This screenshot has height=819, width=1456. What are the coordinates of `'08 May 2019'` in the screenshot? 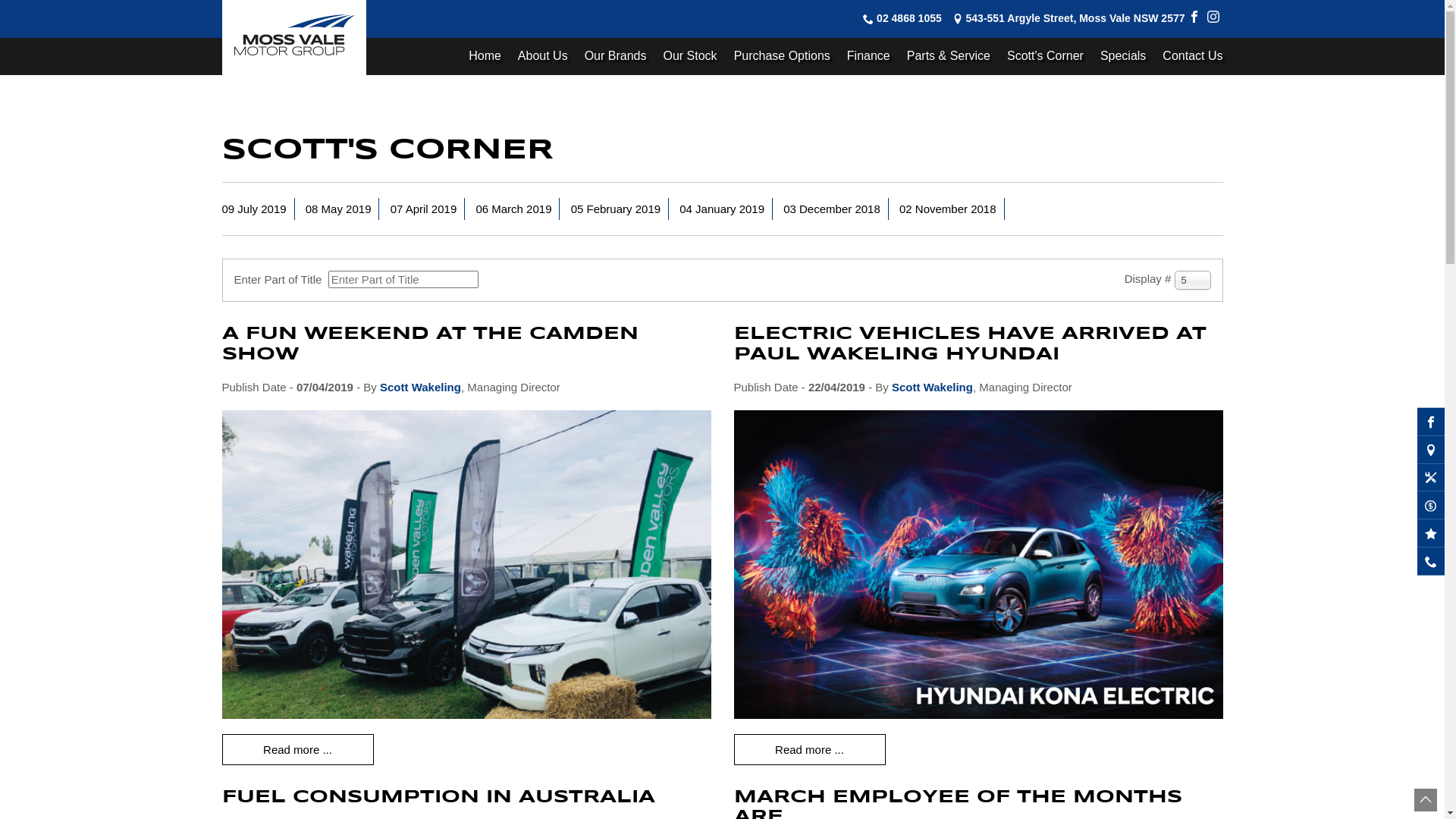 It's located at (337, 209).